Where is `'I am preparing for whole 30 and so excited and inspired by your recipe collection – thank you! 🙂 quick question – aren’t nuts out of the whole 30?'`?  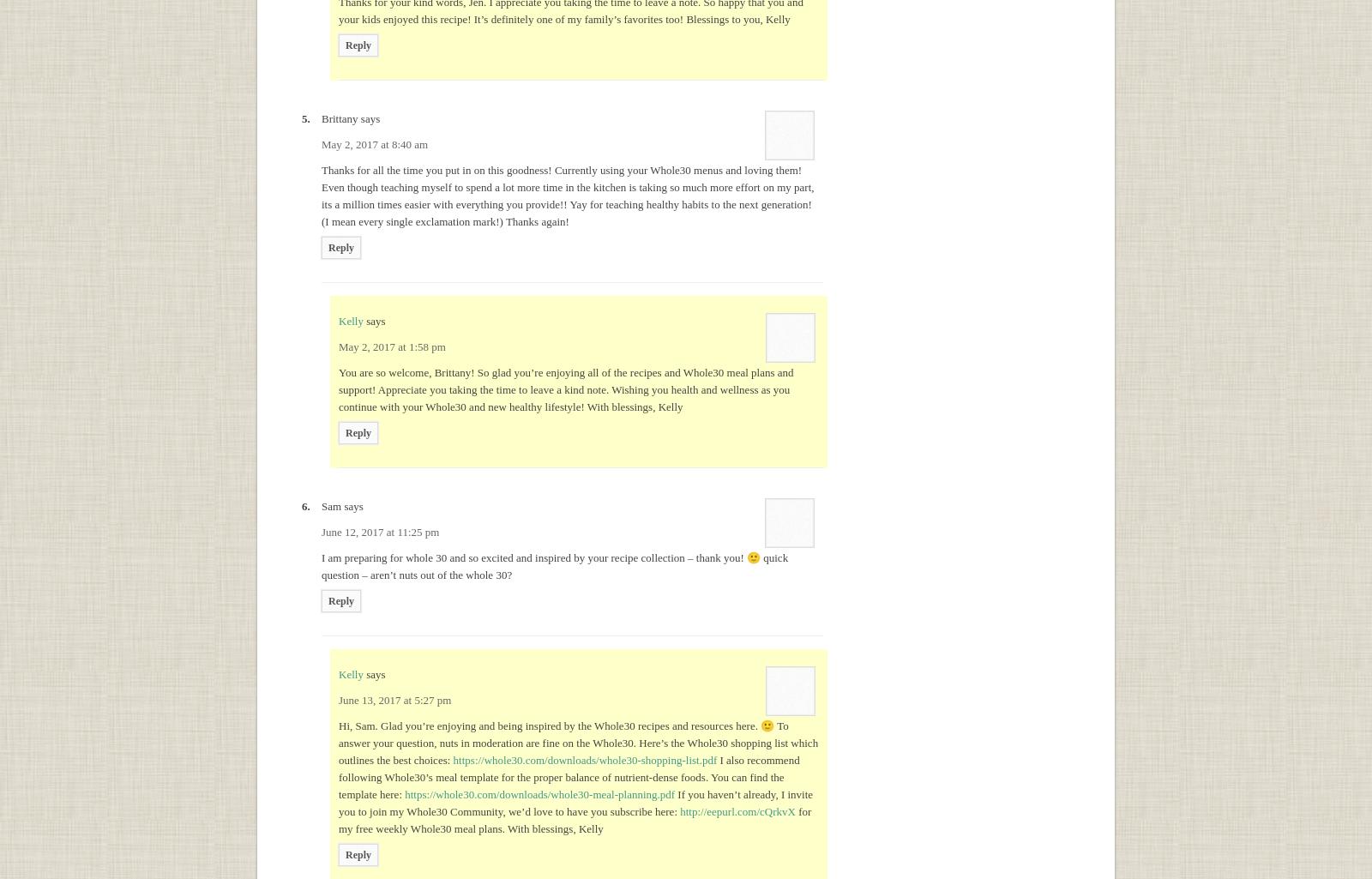
'I am preparing for whole 30 and so excited and inspired by your recipe collection – thank you! 🙂 quick question – aren’t nuts out of the whole 30?' is located at coordinates (555, 566).